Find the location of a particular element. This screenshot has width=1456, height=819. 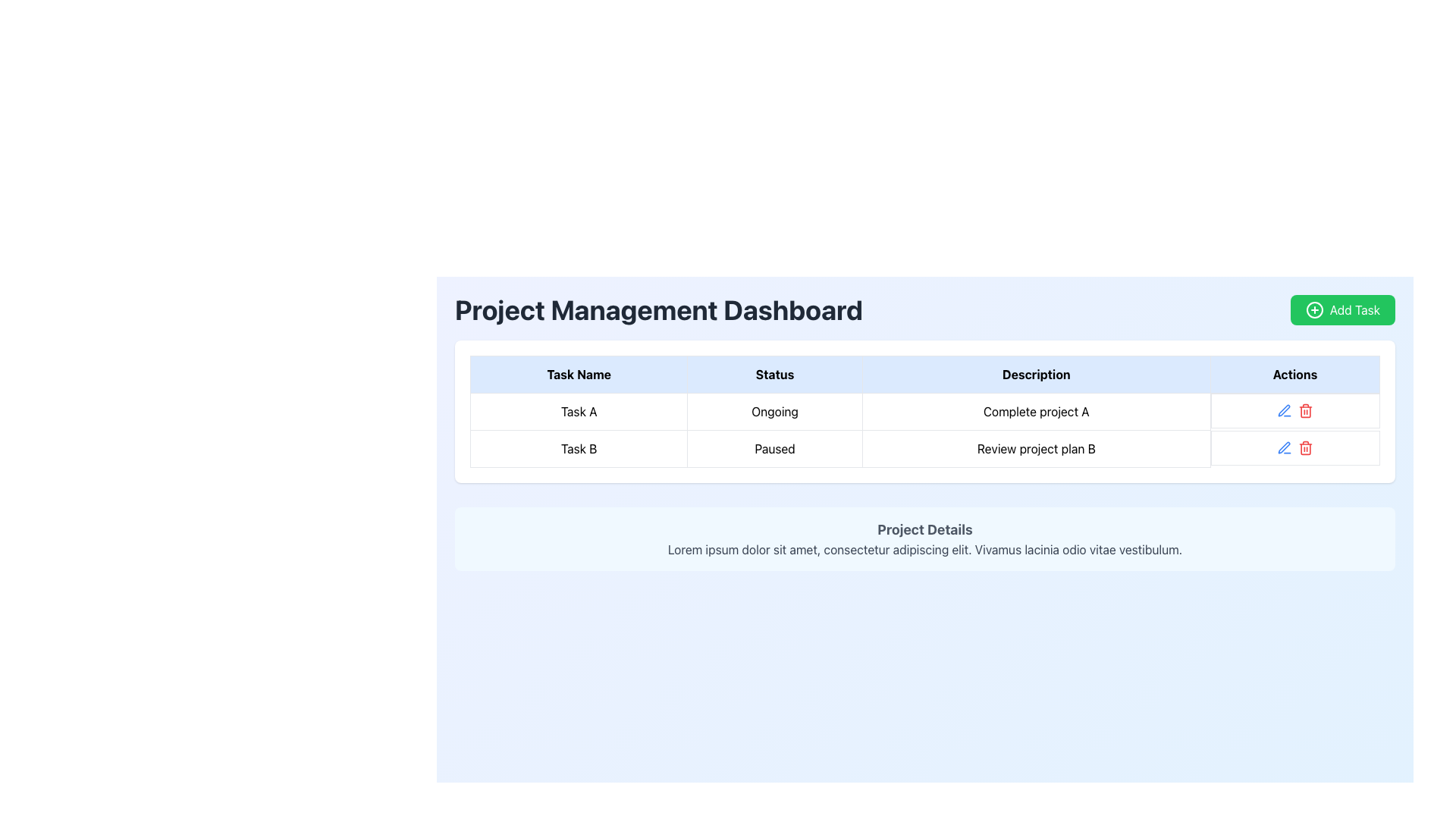

the pencil icon button located in the 'Actions' column of the table for 'Task A' is located at coordinates (1283, 447).